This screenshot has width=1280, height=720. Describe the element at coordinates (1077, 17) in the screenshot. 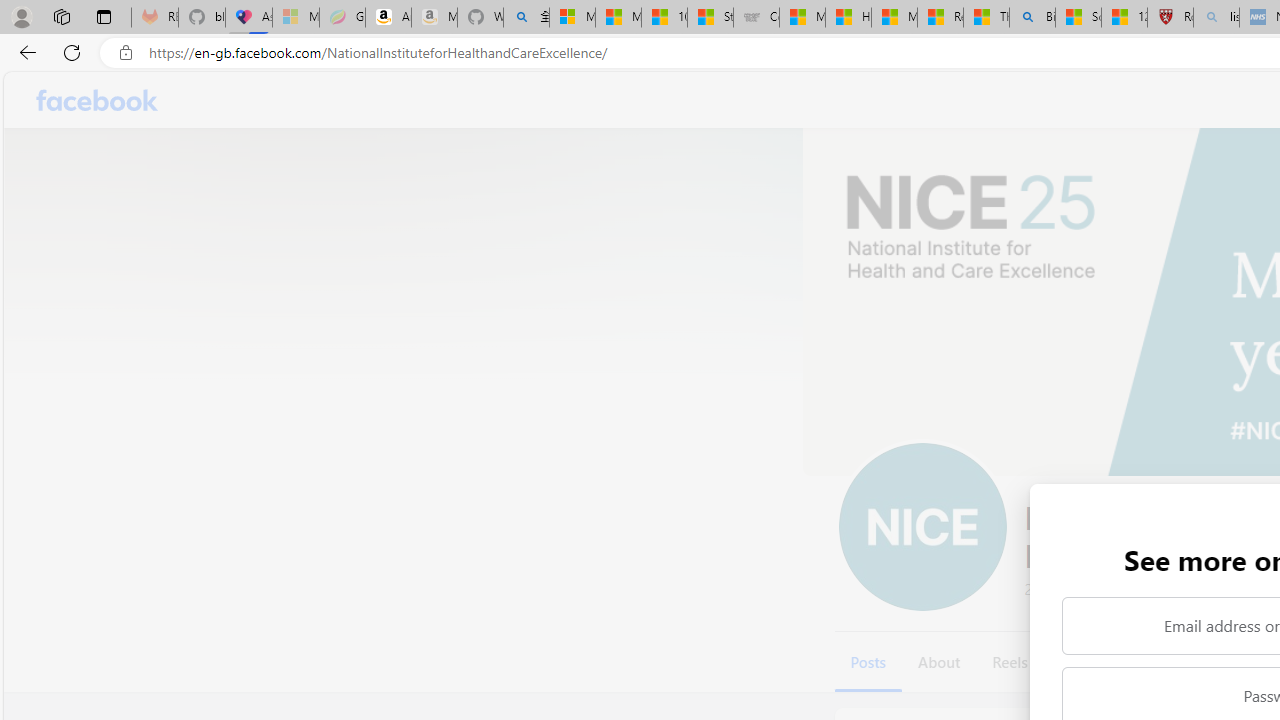

I see `'Science - MSN'` at that location.